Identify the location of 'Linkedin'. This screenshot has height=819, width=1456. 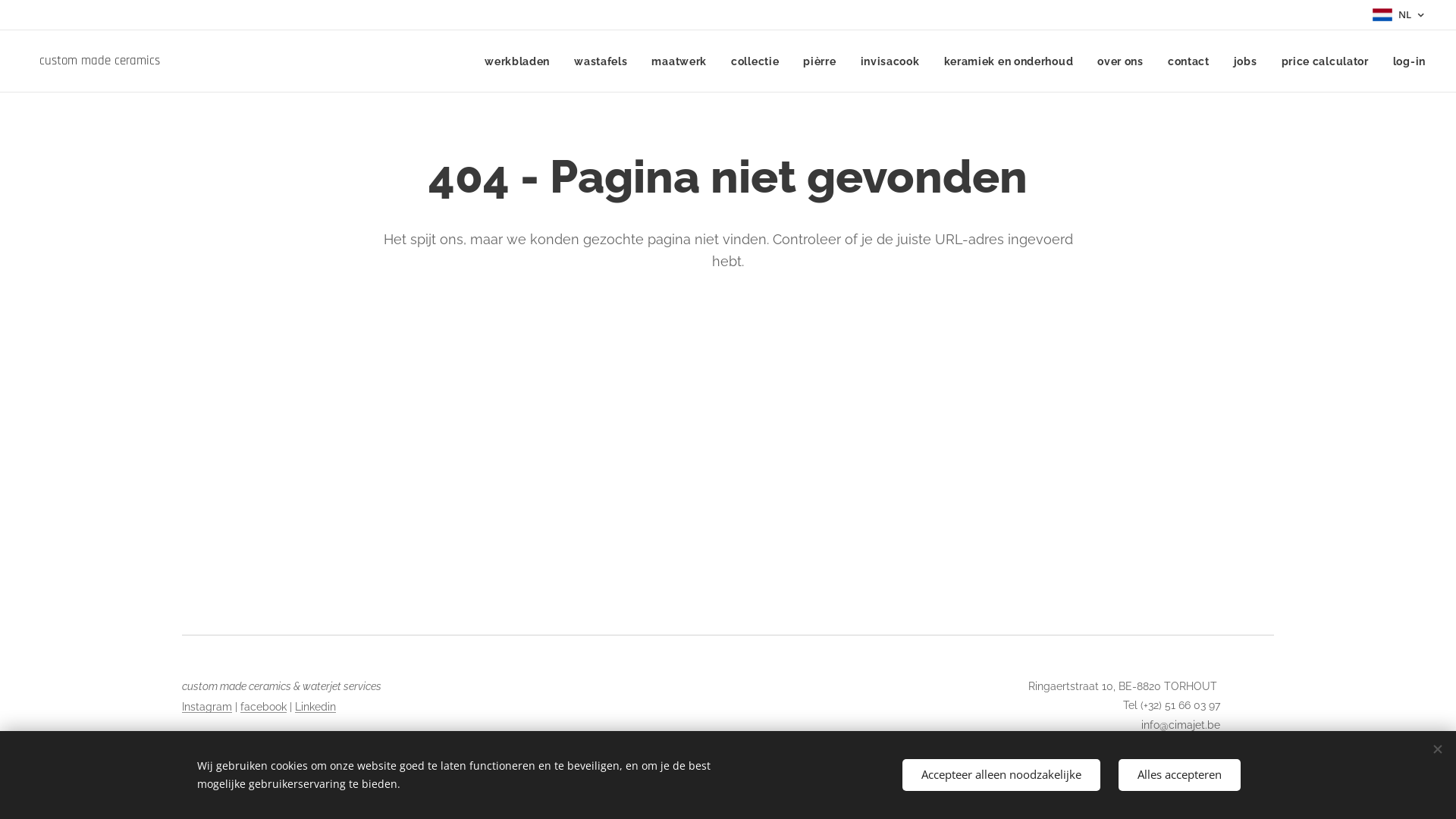
(315, 707).